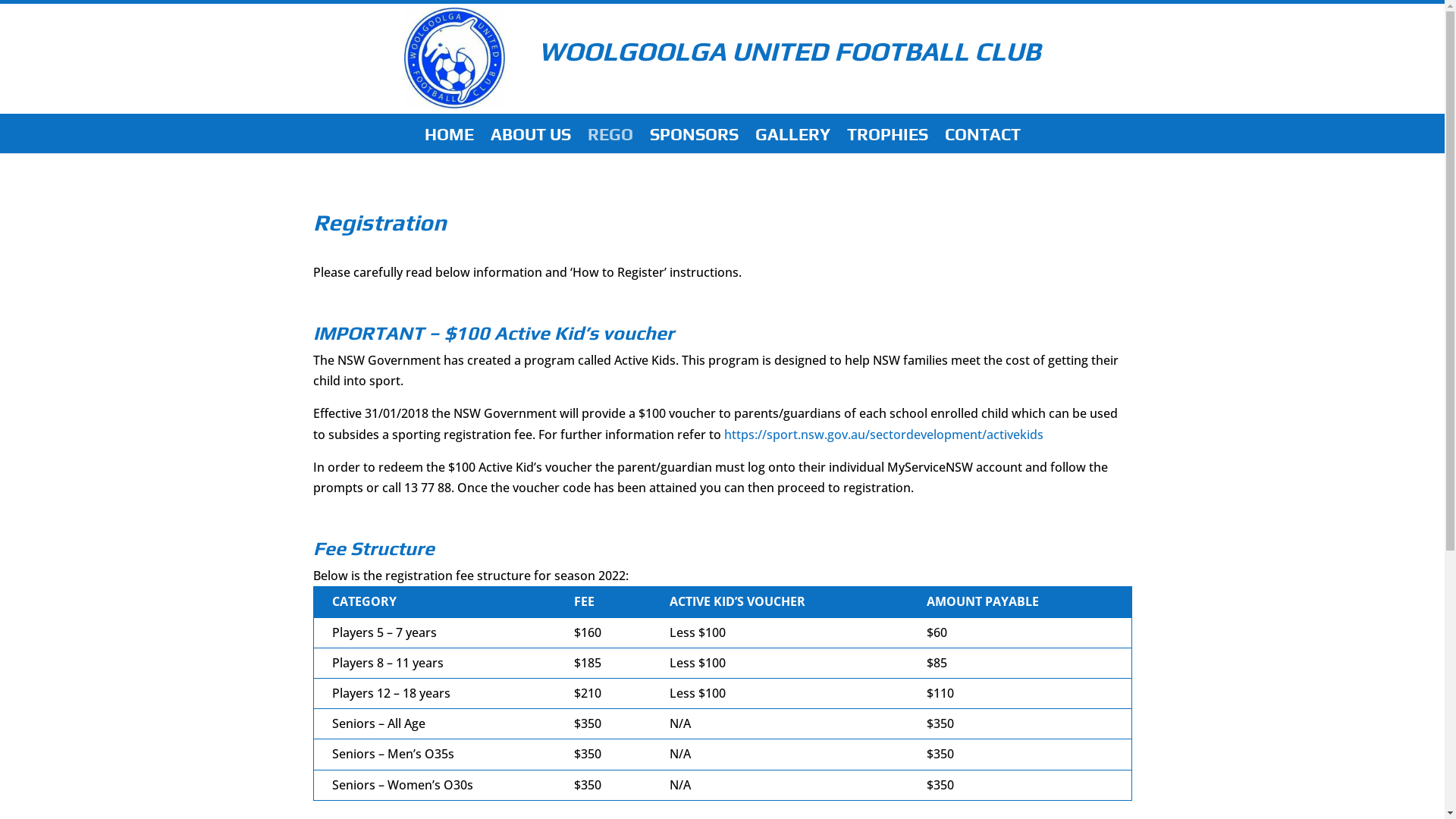  Describe the element at coordinates (846, 140) in the screenshot. I see `'TROPHIES'` at that location.